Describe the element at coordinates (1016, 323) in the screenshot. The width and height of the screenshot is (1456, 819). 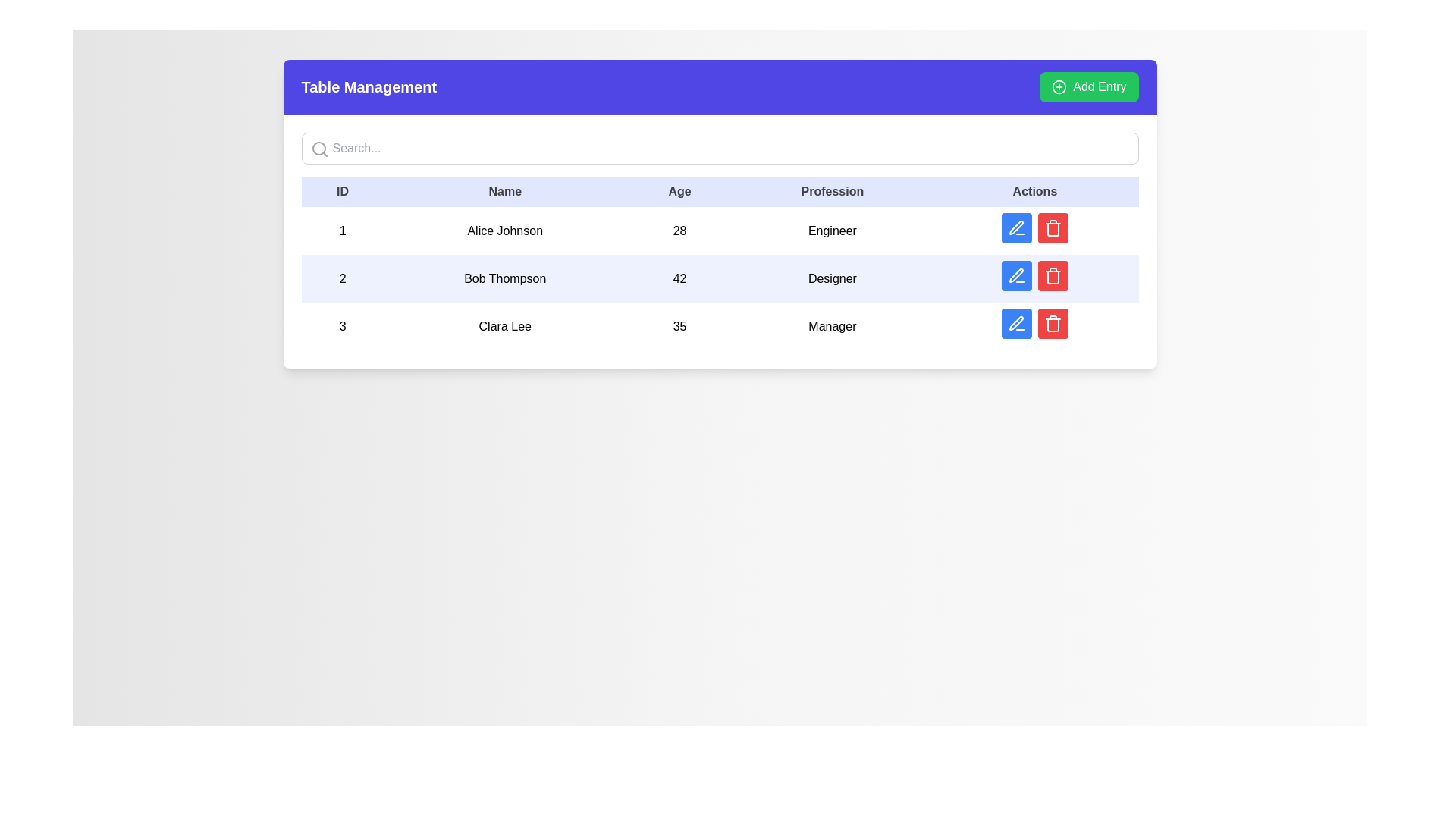
I see `the edit button located in the 'Actions' column of the last row in the data table` at that location.